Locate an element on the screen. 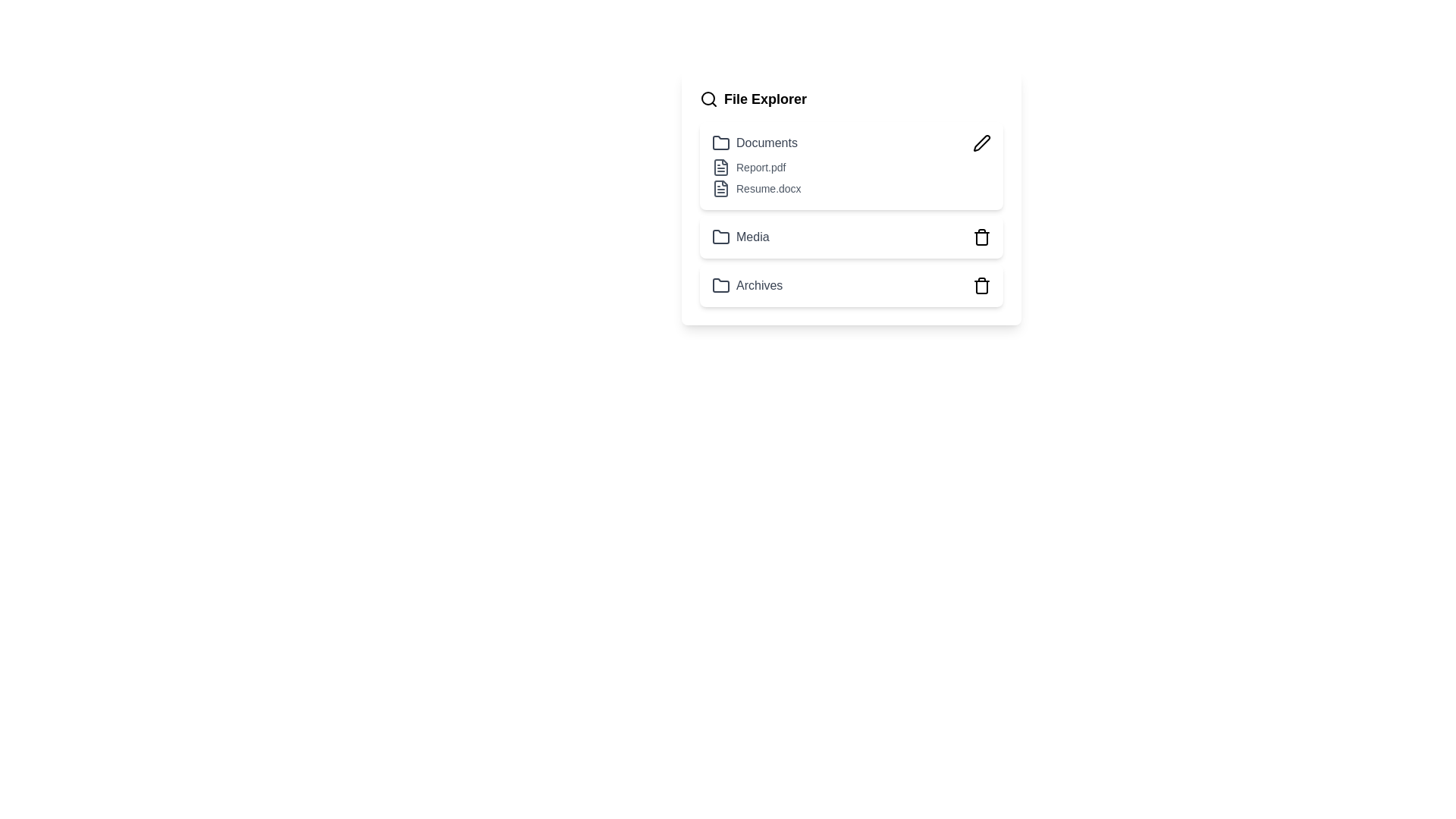 The width and height of the screenshot is (1456, 819). the search icon, which is a magnifying glass graphic located to the left of the 'File Explorer' text at the top-left corner of the File Explorer section is located at coordinates (708, 99).